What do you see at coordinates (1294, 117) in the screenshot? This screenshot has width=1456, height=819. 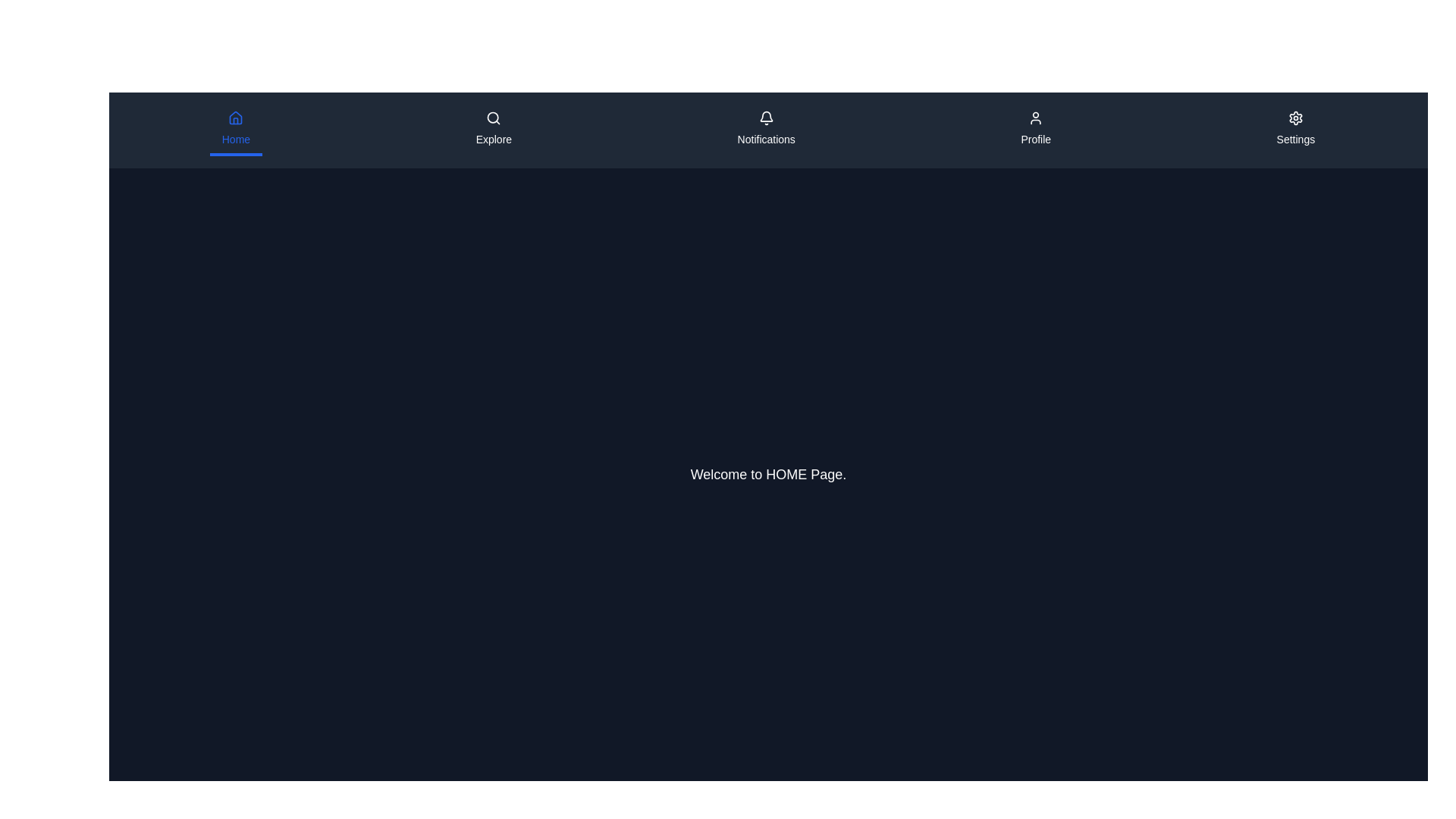 I see `the icon button located in the top navigation bar at the right-most end` at bounding box center [1294, 117].